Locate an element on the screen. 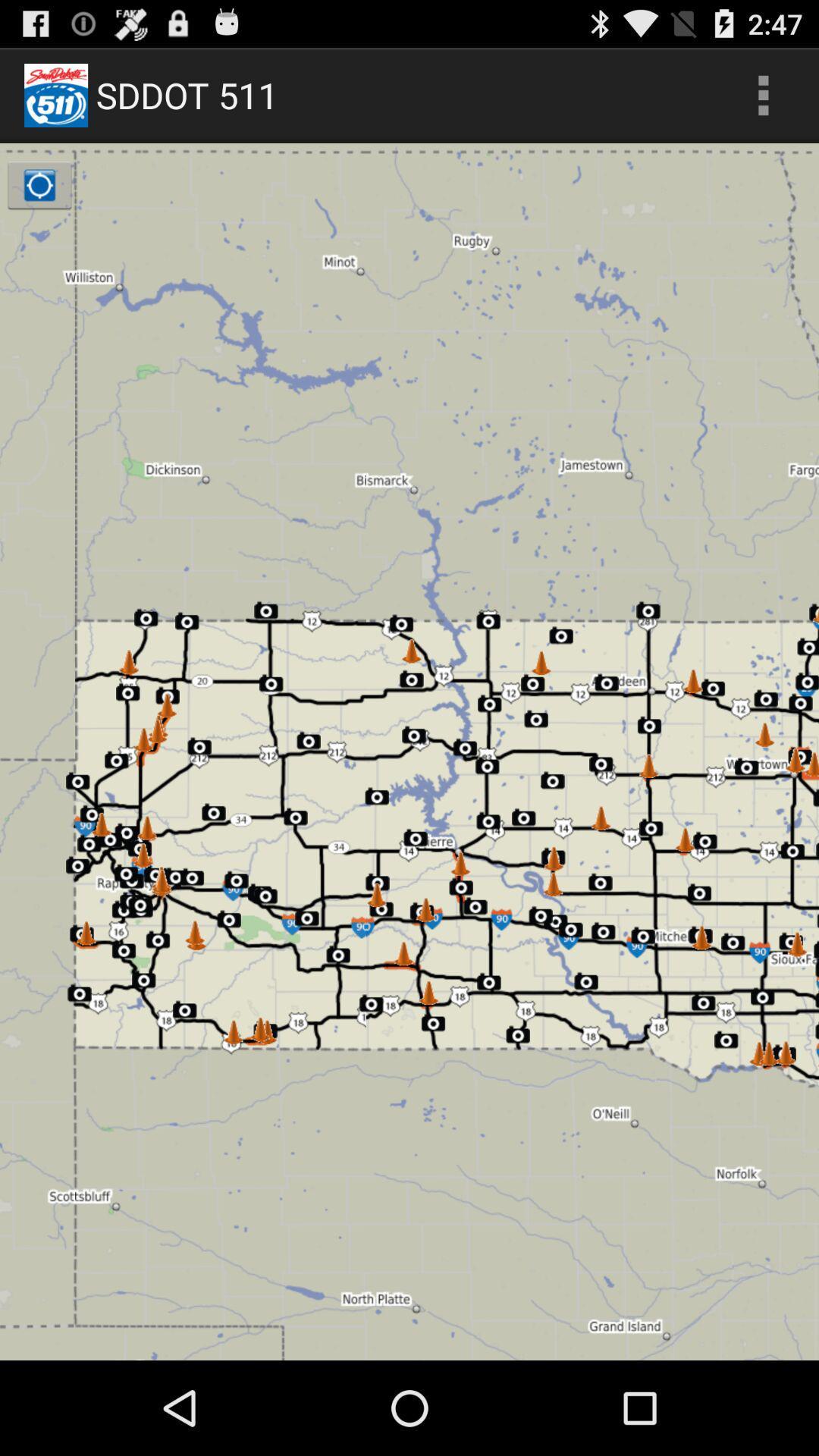 This screenshot has height=1456, width=819. the location_crosshair icon is located at coordinates (39, 197).